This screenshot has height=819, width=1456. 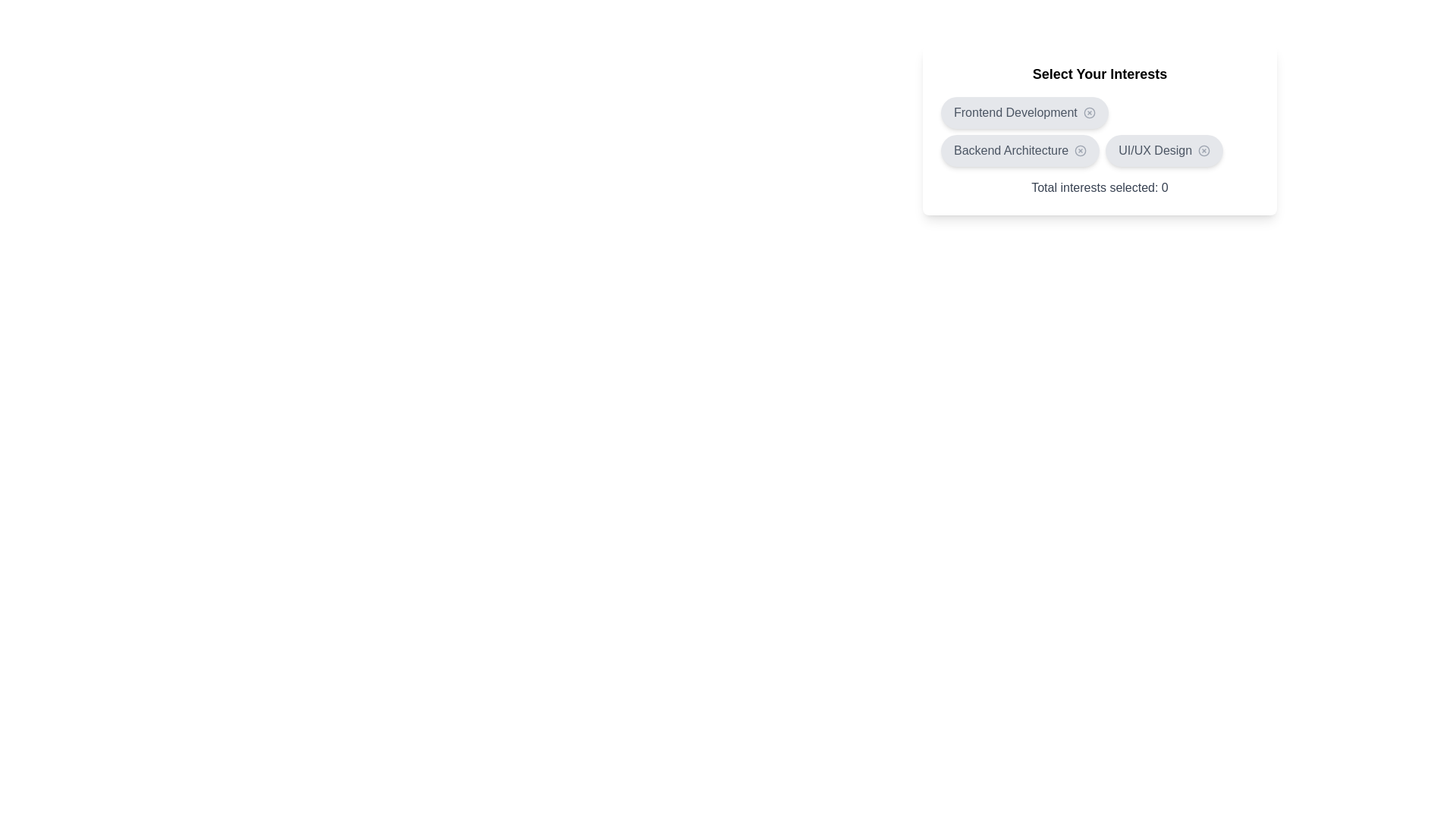 What do you see at coordinates (1100, 74) in the screenshot?
I see `the header text 'Select Your Interests' which is bold and large, positioned at the top of the selection panel` at bounding box center [1100, 74].